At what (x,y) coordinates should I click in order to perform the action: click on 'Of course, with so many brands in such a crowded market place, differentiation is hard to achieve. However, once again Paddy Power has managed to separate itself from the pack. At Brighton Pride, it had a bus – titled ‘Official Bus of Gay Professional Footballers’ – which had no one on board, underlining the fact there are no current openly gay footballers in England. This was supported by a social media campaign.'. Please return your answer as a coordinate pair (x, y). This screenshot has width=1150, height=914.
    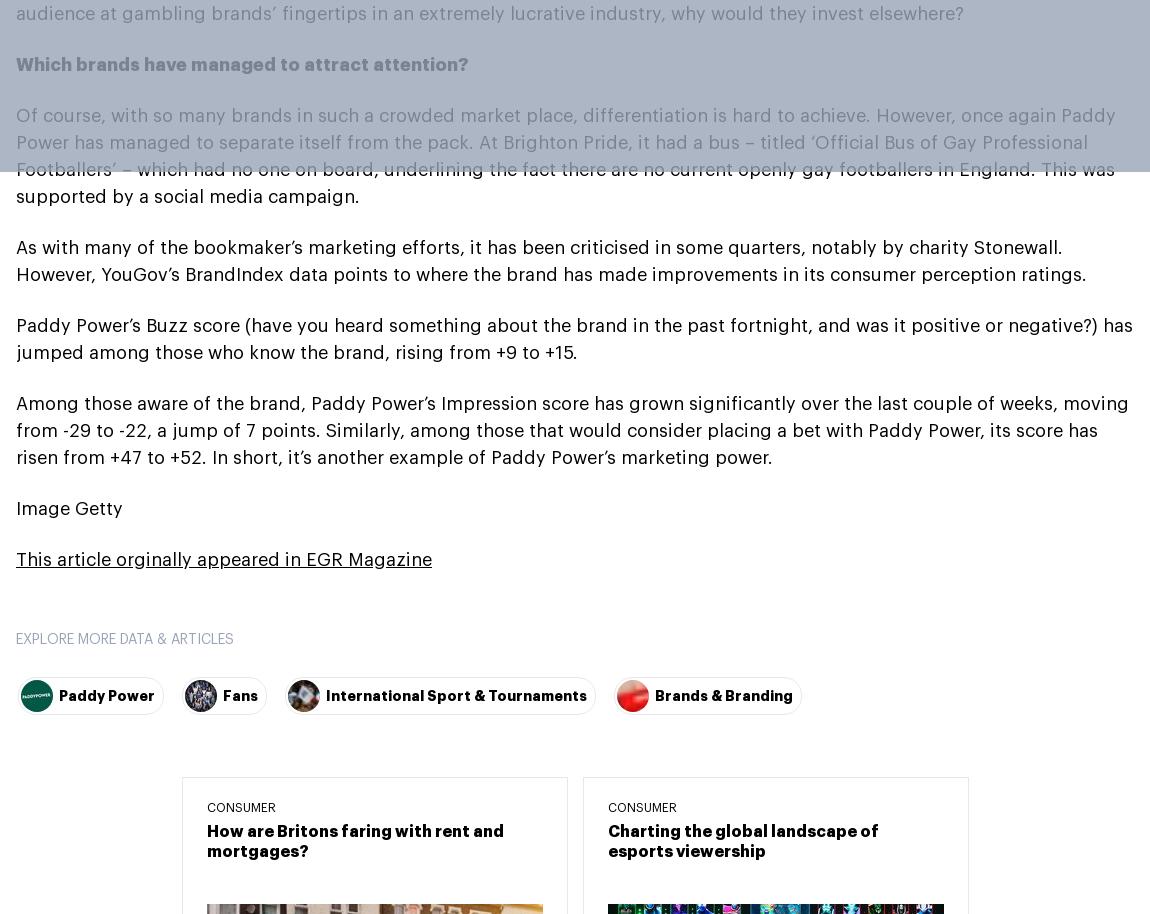
    Looking at the image, I should click on (566, 154).